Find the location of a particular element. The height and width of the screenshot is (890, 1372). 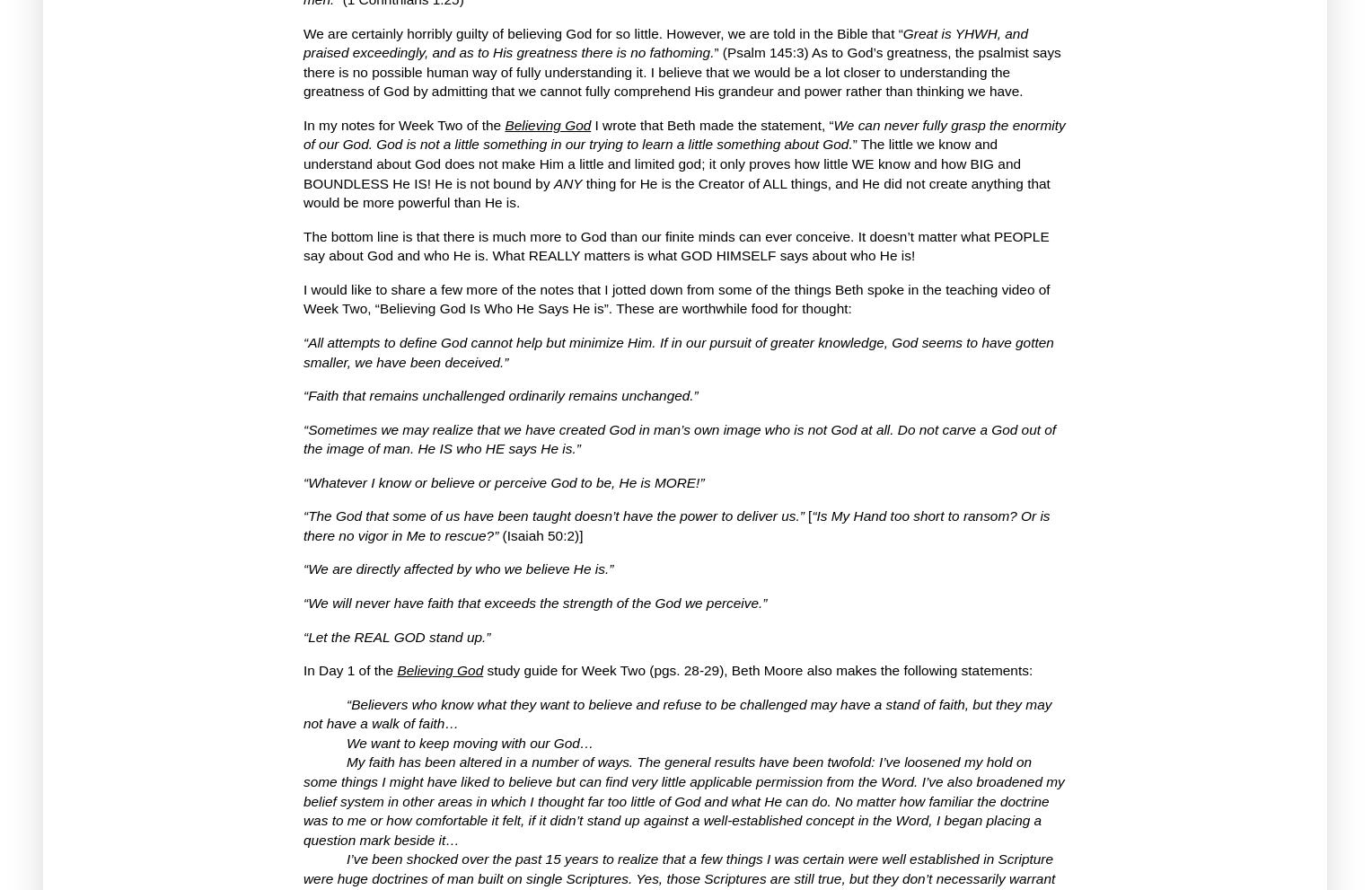

'“Is My Hand too short to ransom?' is located at coordinates (912, 515).